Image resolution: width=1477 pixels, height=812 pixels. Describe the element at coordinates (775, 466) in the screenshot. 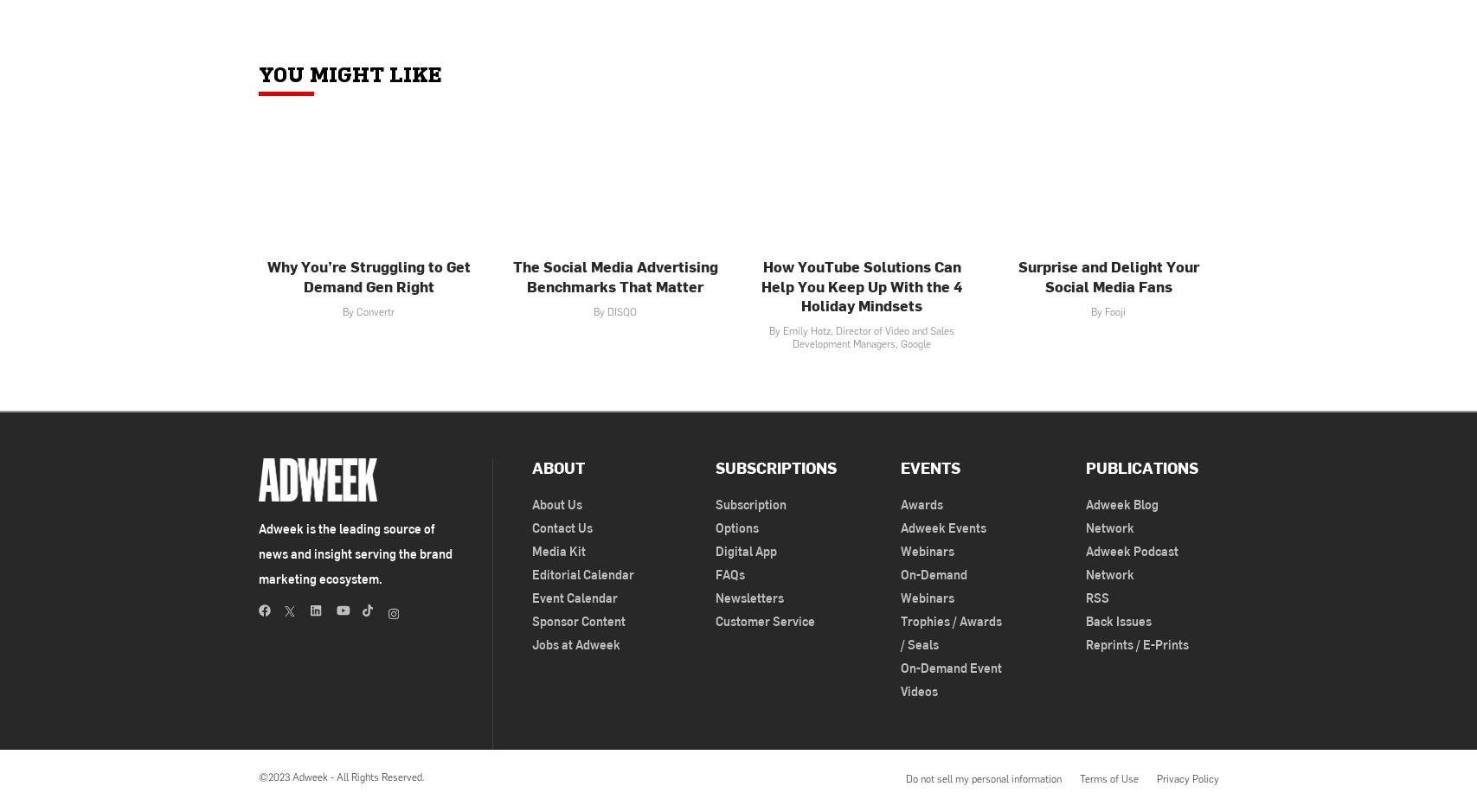

I see `'Subscriptions'` at that location.